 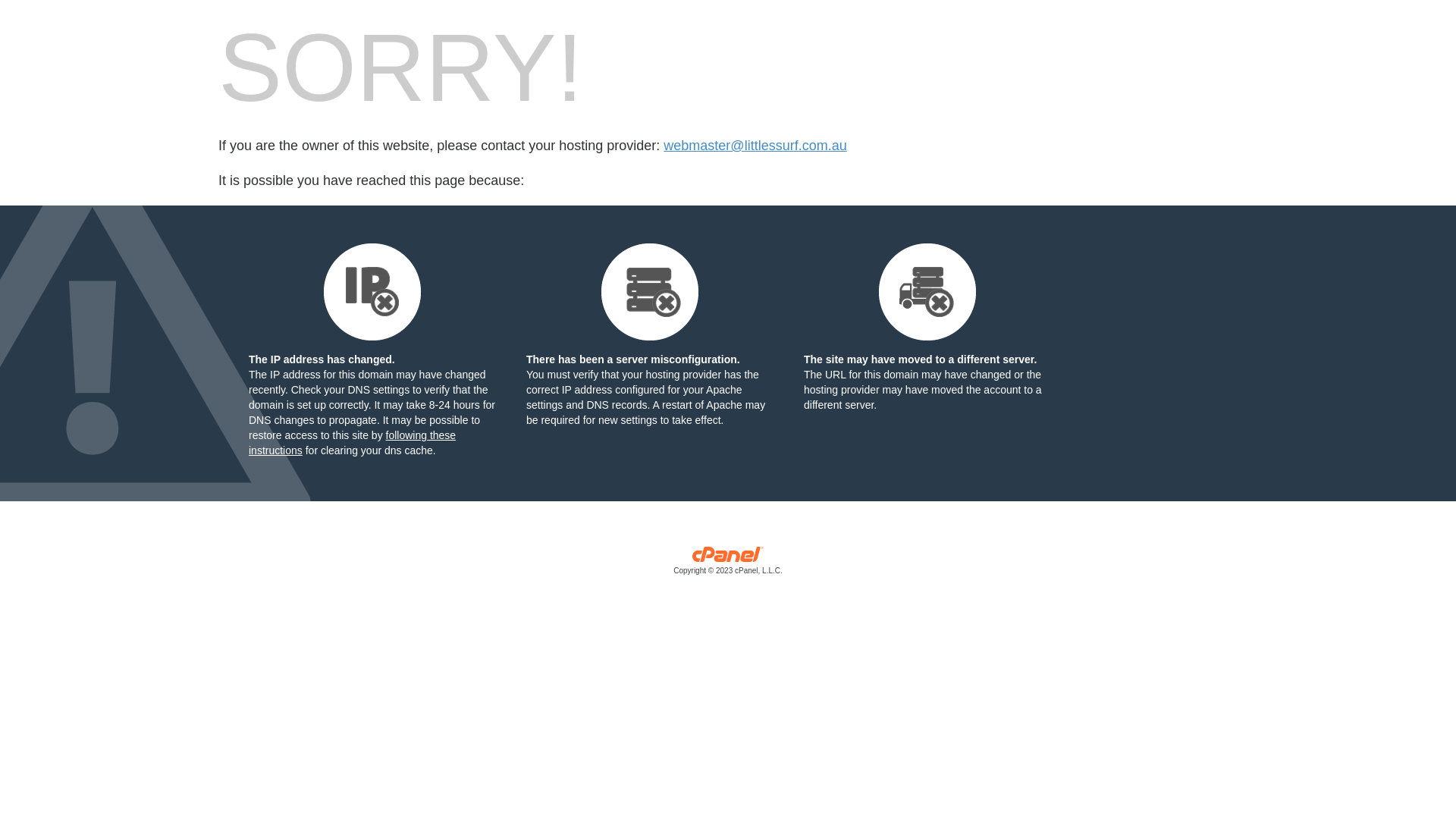 What do you see at coordinates (351, 442) in the screenshot?
I see `'following these instructions'` at bounding box center [351, 442].